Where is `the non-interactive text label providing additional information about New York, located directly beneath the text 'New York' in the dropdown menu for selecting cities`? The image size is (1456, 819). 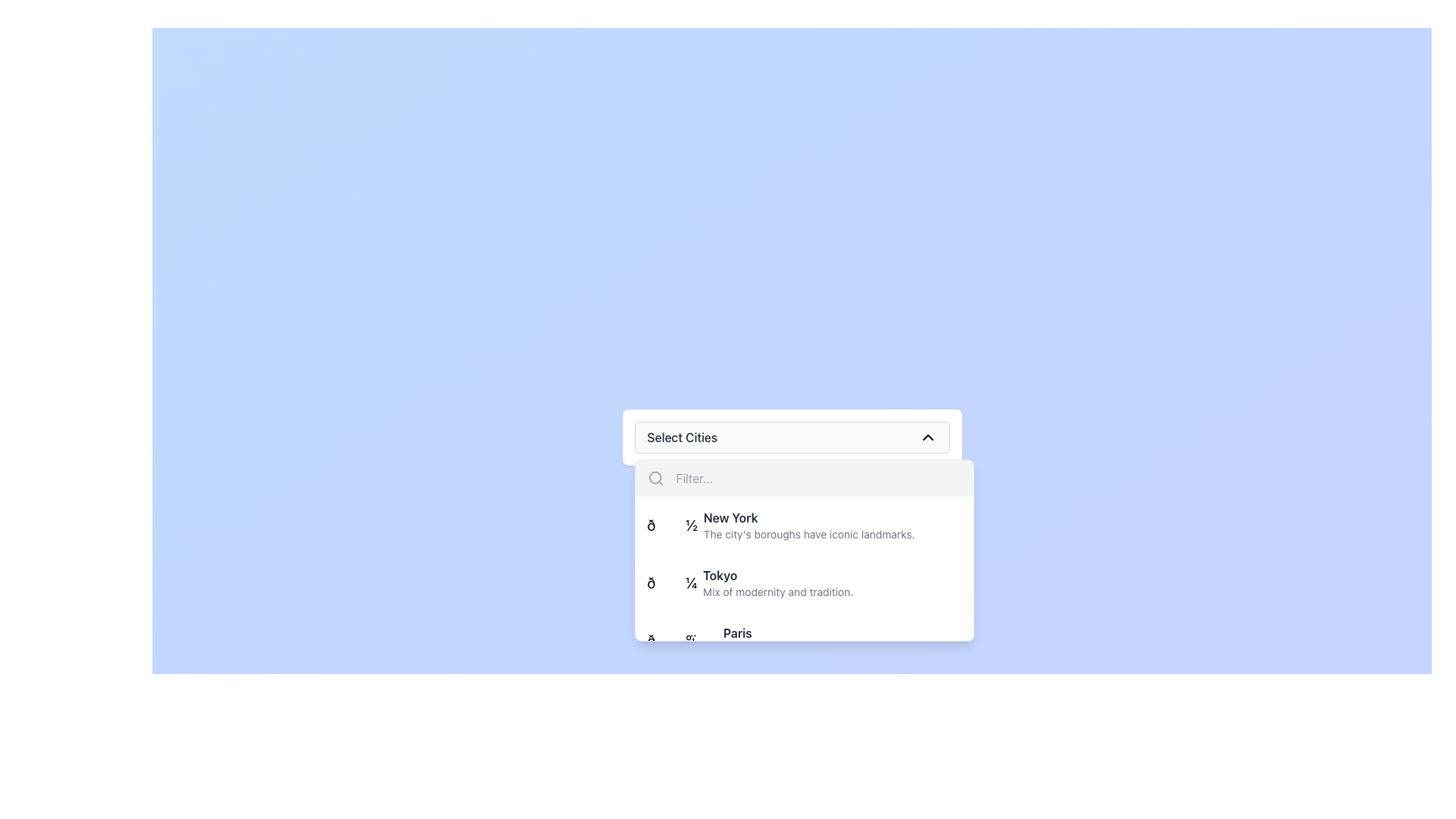
the non-interactive text label providing additional information about New York, located directly beneath the text 'New York' in the dropdown menu for selecting cities is located at coordinates (808, 534).